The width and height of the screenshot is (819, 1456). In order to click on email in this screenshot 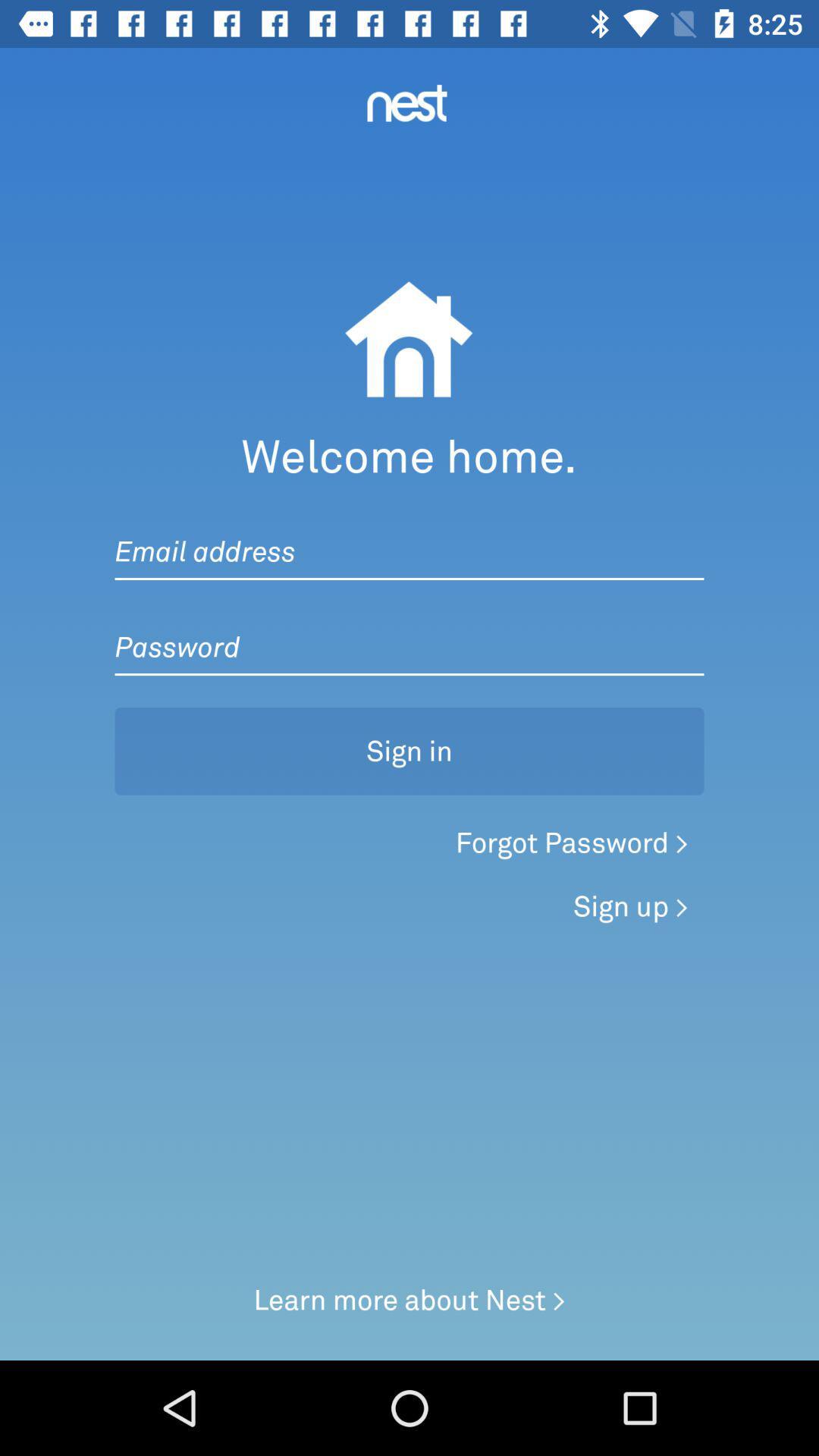, I will do `click(409, 536)`.